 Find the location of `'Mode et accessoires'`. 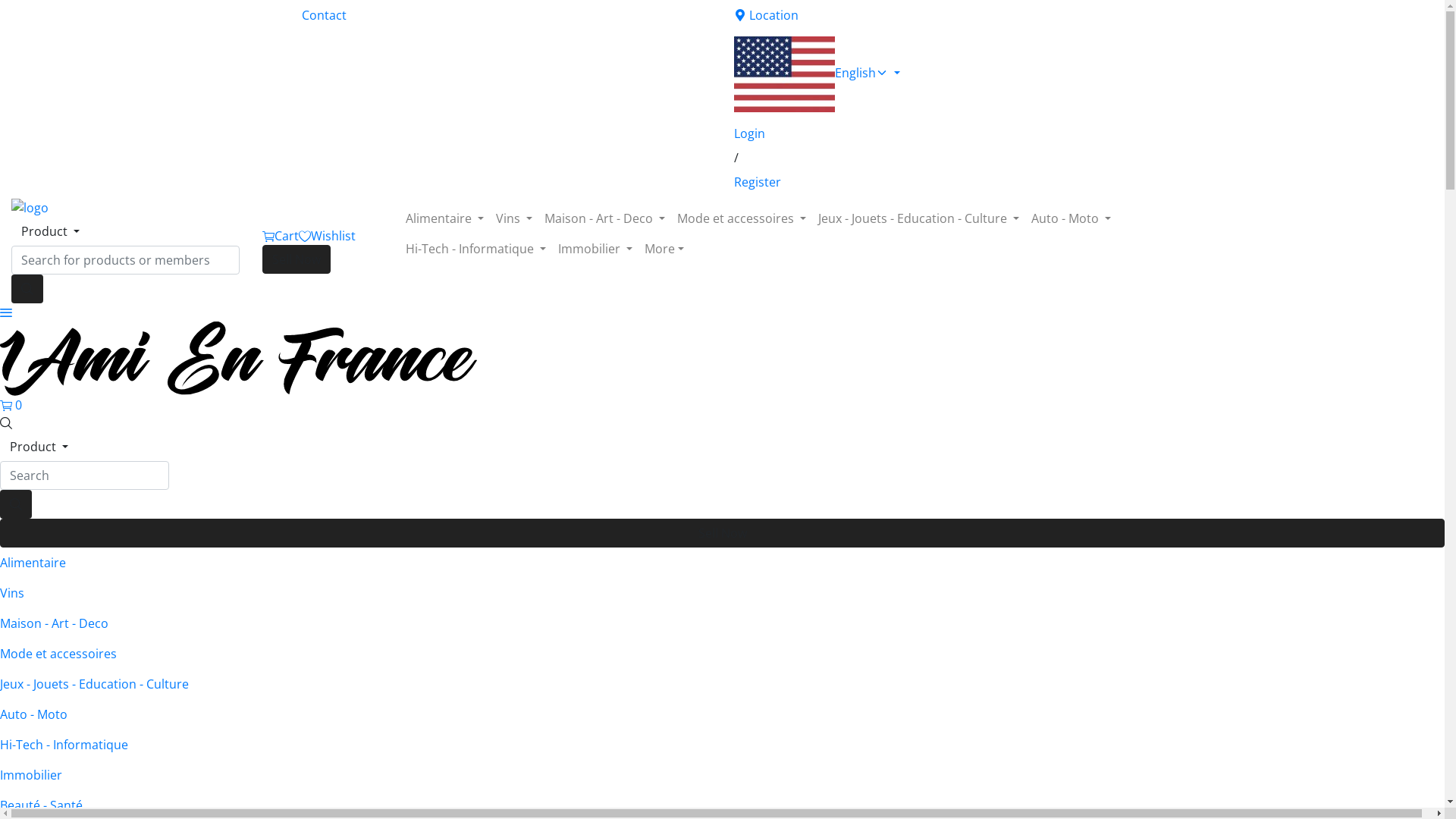

'Mode et accessoires' is located at coordinates (0, 652).